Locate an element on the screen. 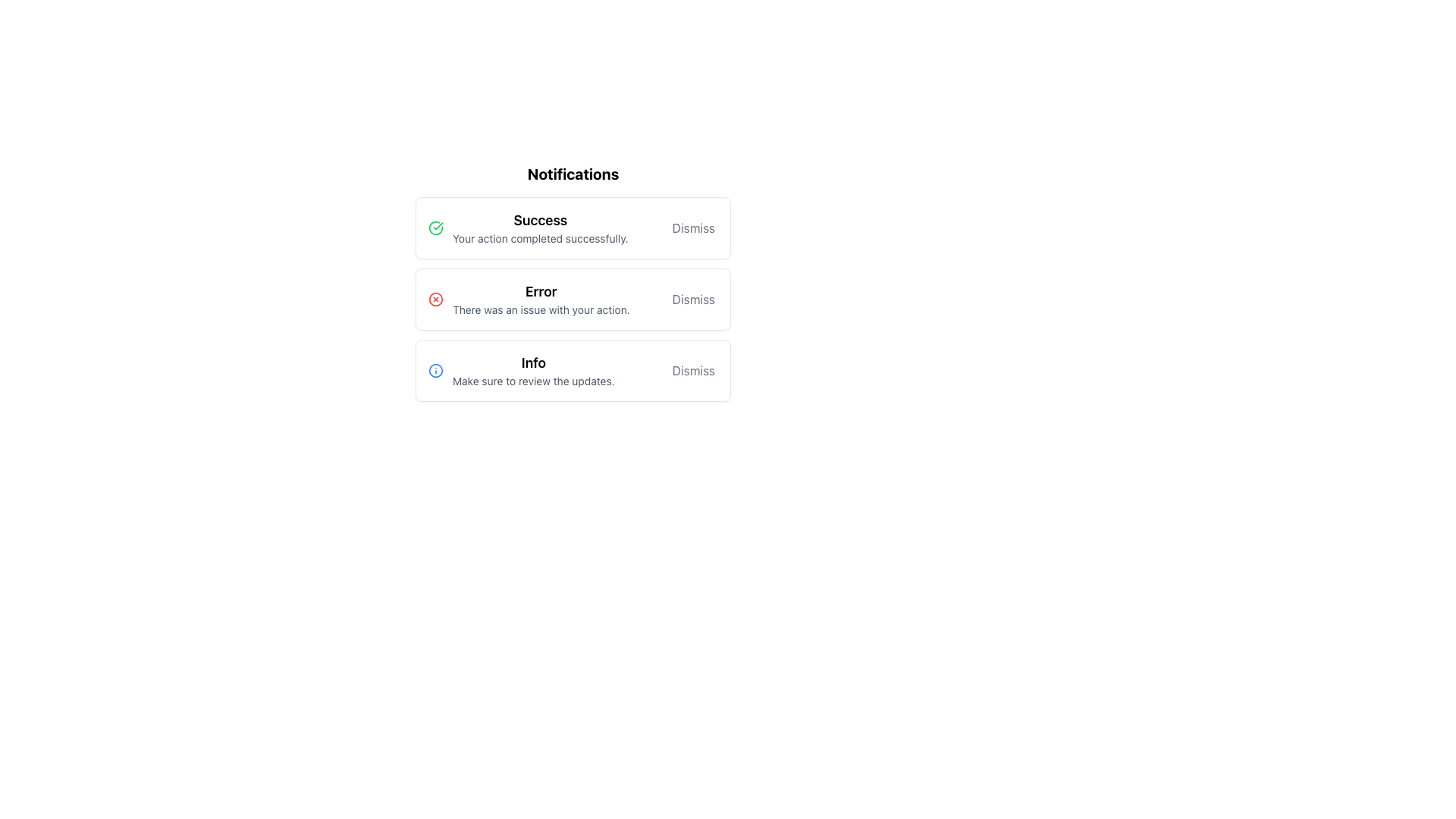 The height and width of the screenshot is (819, 1456). the success status icon located at the left side of the 'Success' notification card, which is adjacent to the 'Success' heading and description is located at coordinates (435, 227).